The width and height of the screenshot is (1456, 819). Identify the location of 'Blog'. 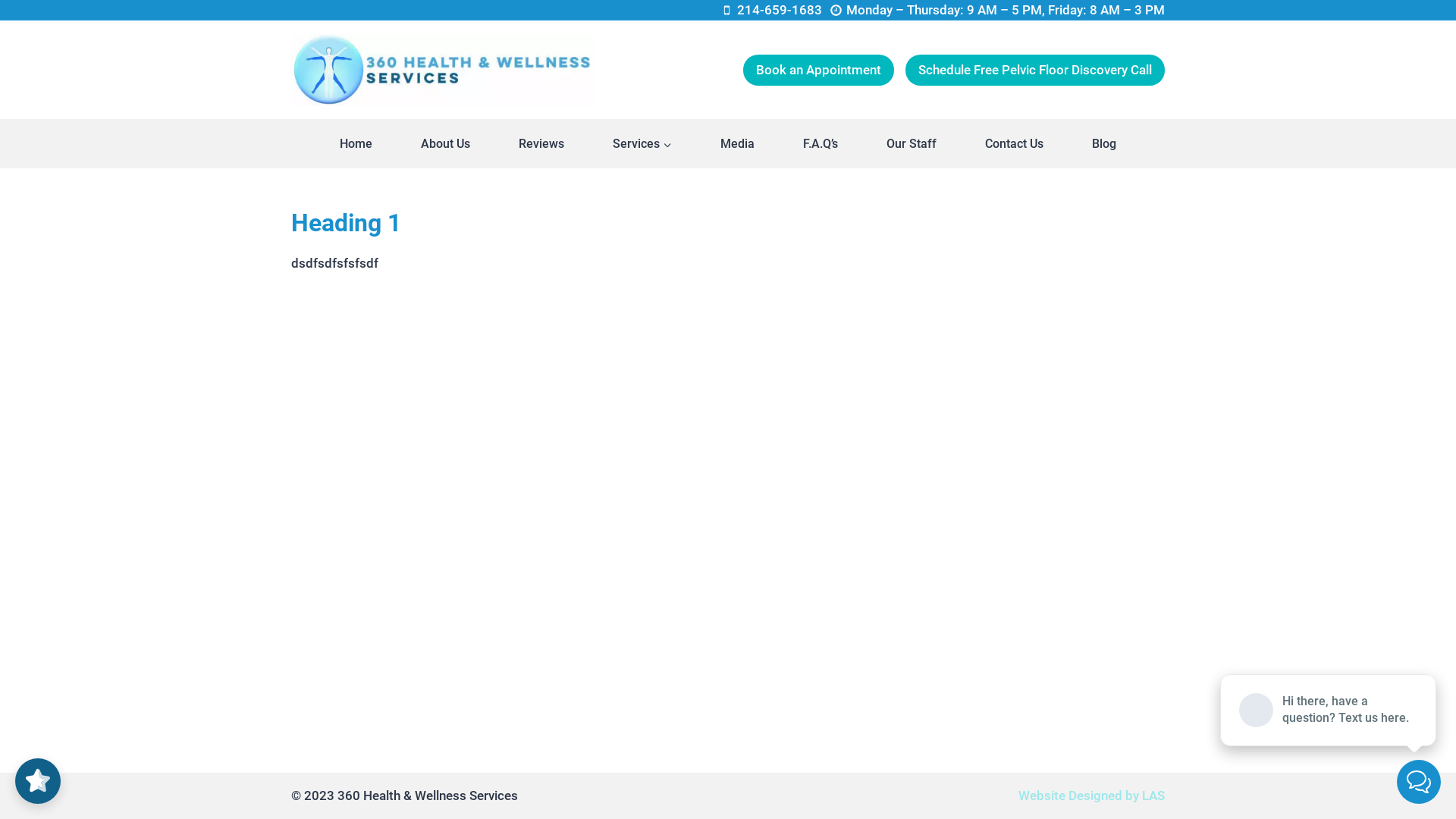
(1103, 143).